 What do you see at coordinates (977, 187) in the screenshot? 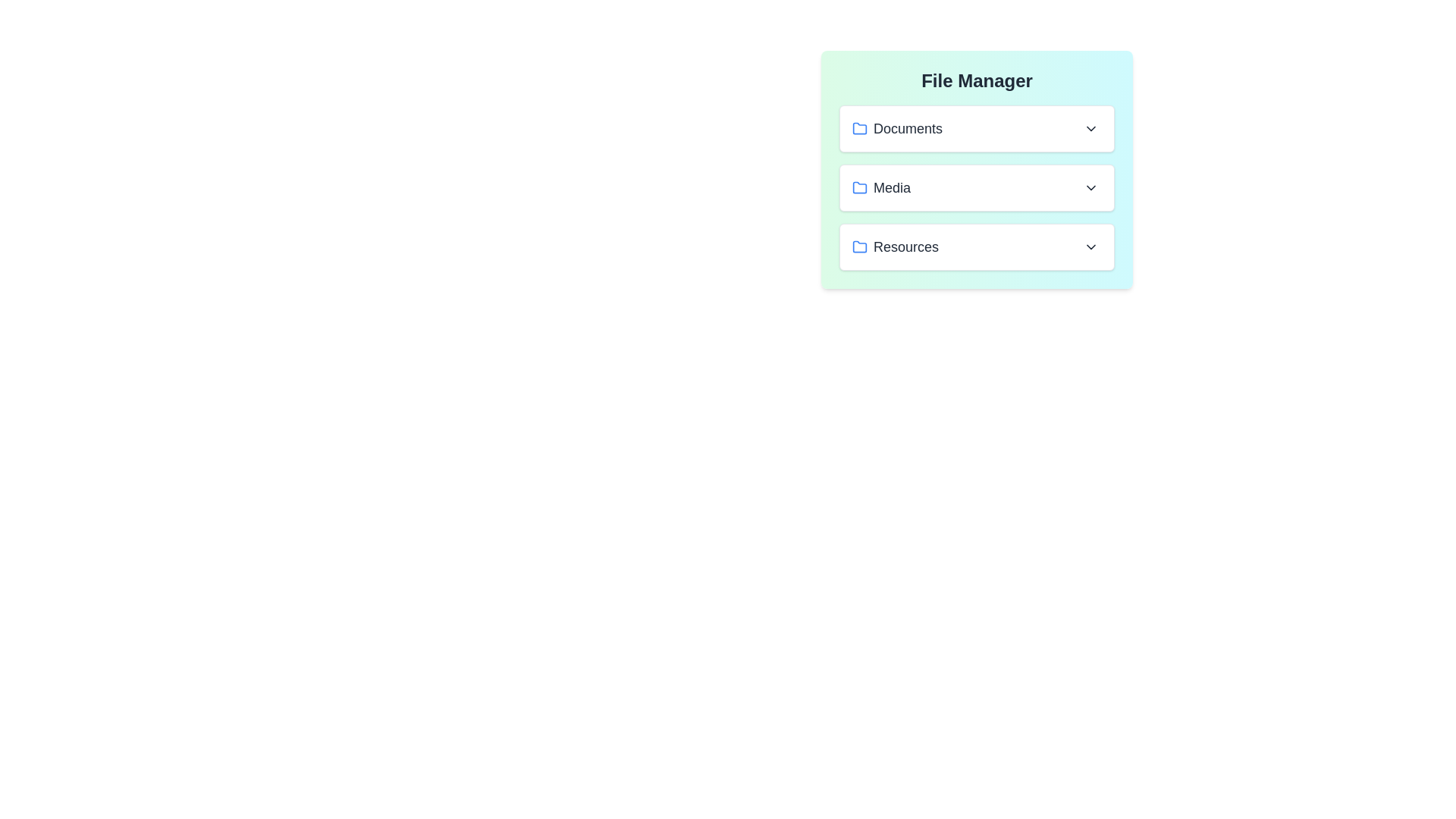
I see `the file EBook.epub from the folder Media` at bounding box center [977, 187].